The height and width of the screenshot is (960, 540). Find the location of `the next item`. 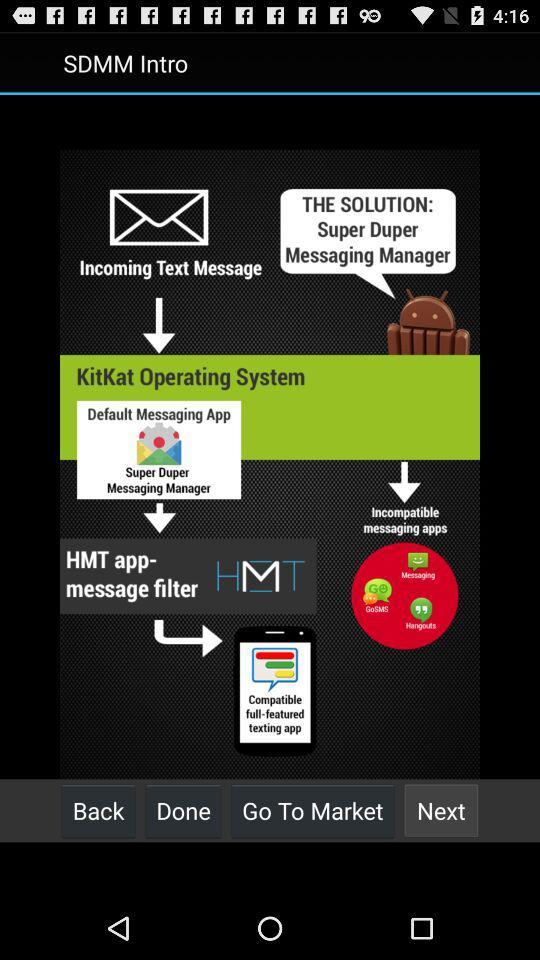

the next item is located at coordinates (441, 810).